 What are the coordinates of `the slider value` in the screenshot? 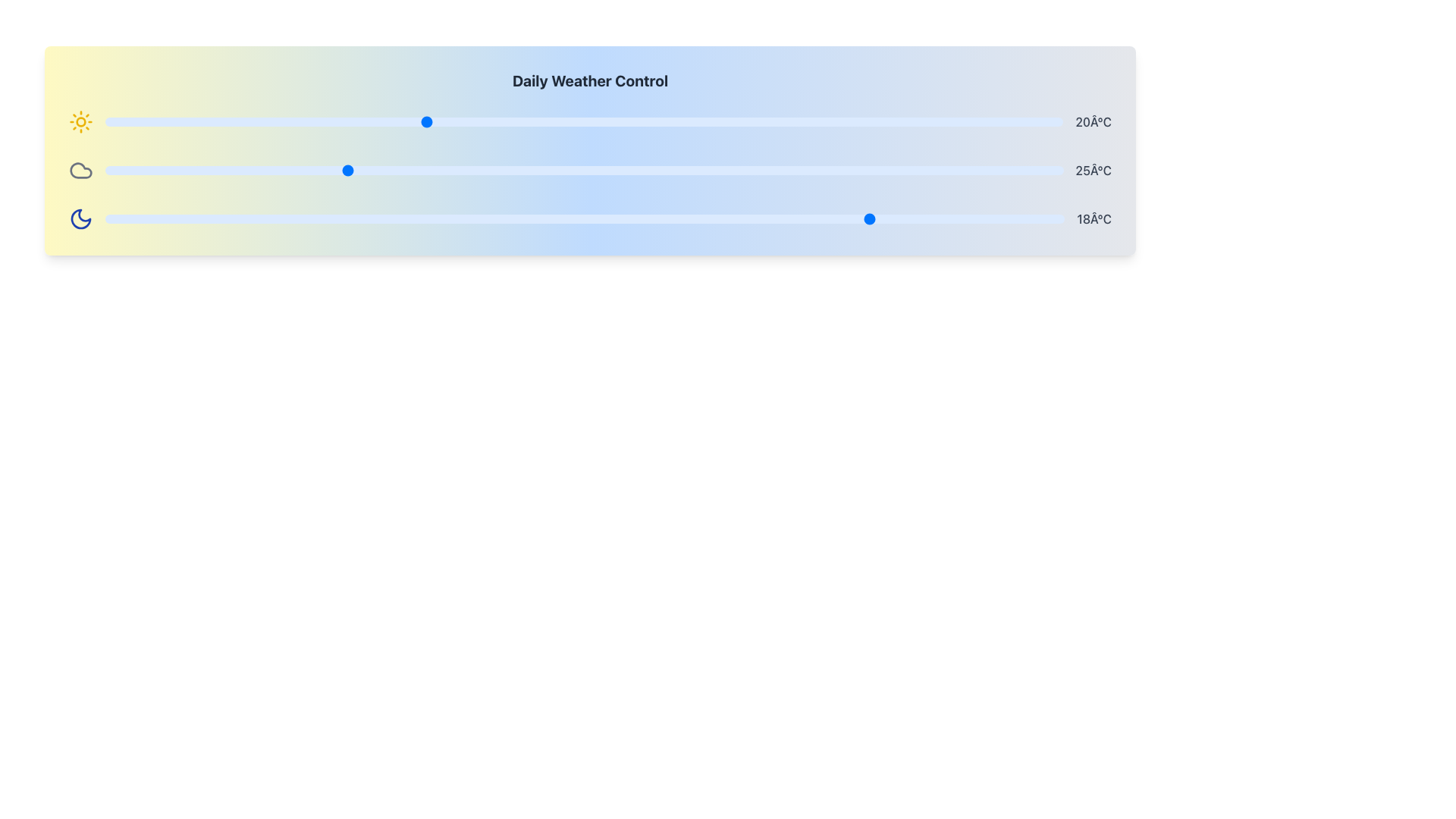 It's located at (153, 170).